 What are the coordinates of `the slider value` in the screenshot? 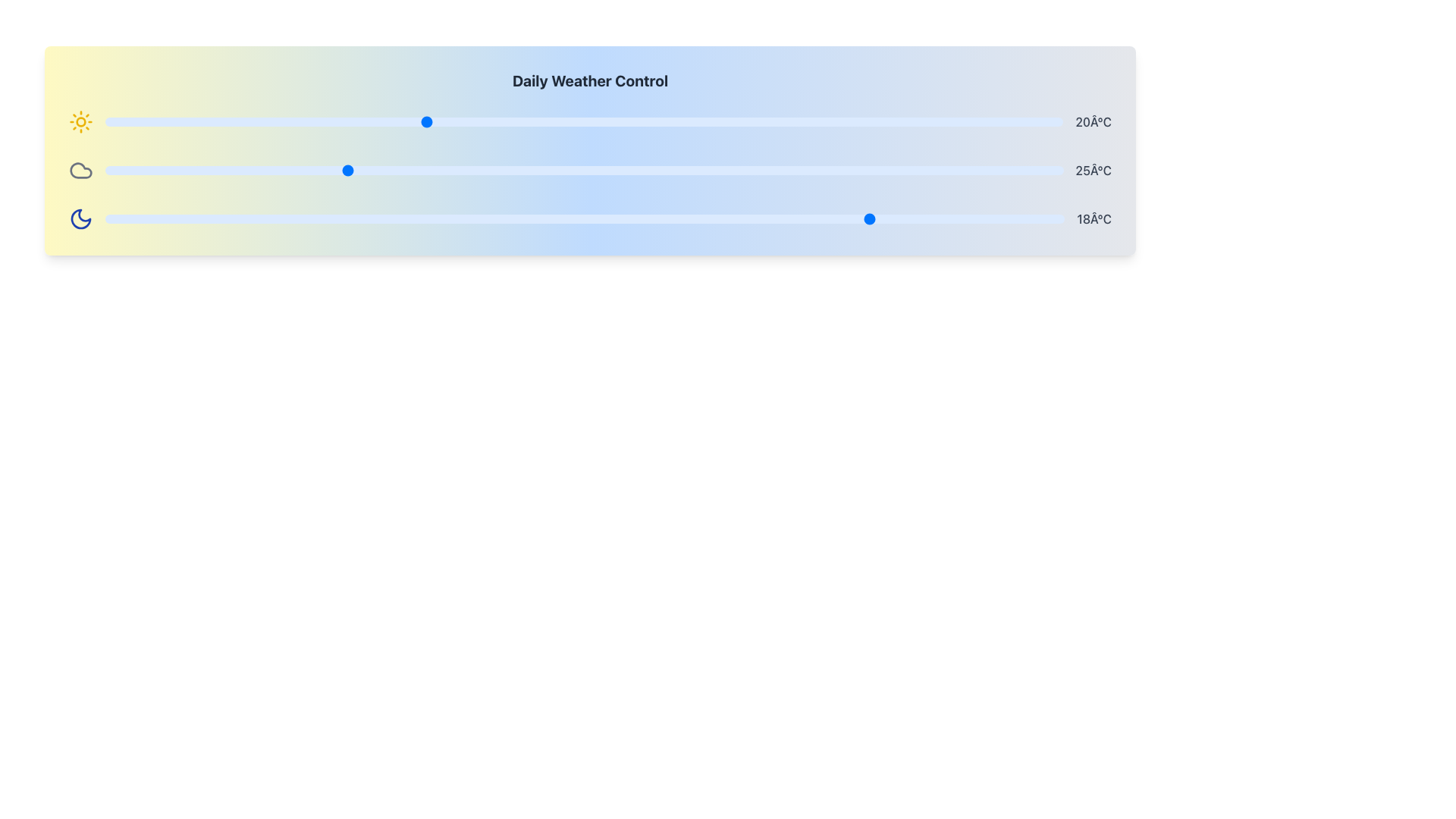 It's located at (153, 170).